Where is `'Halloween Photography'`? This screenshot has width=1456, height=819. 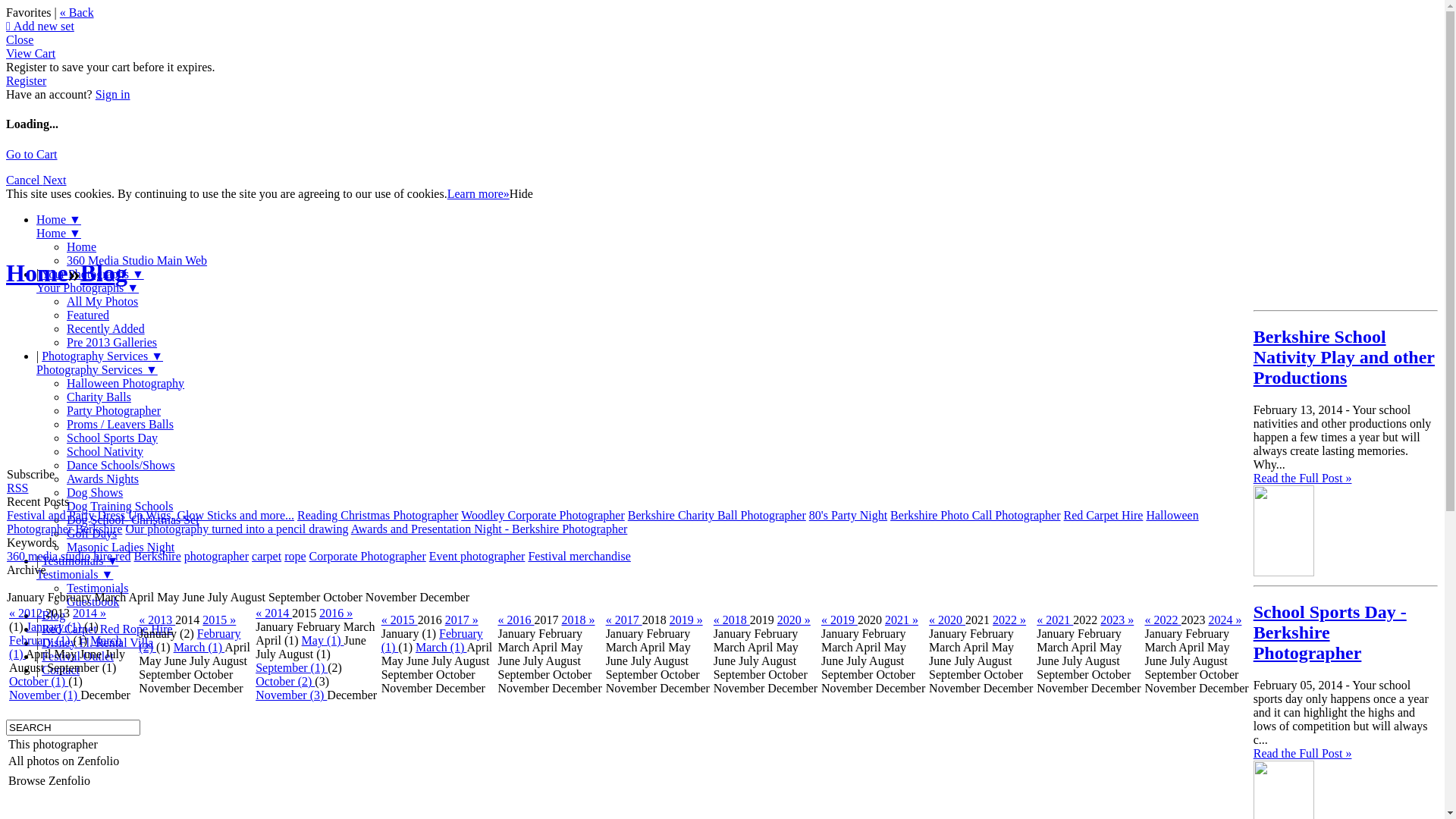 'Halloween Photography' is located at coordinates (125, 382).